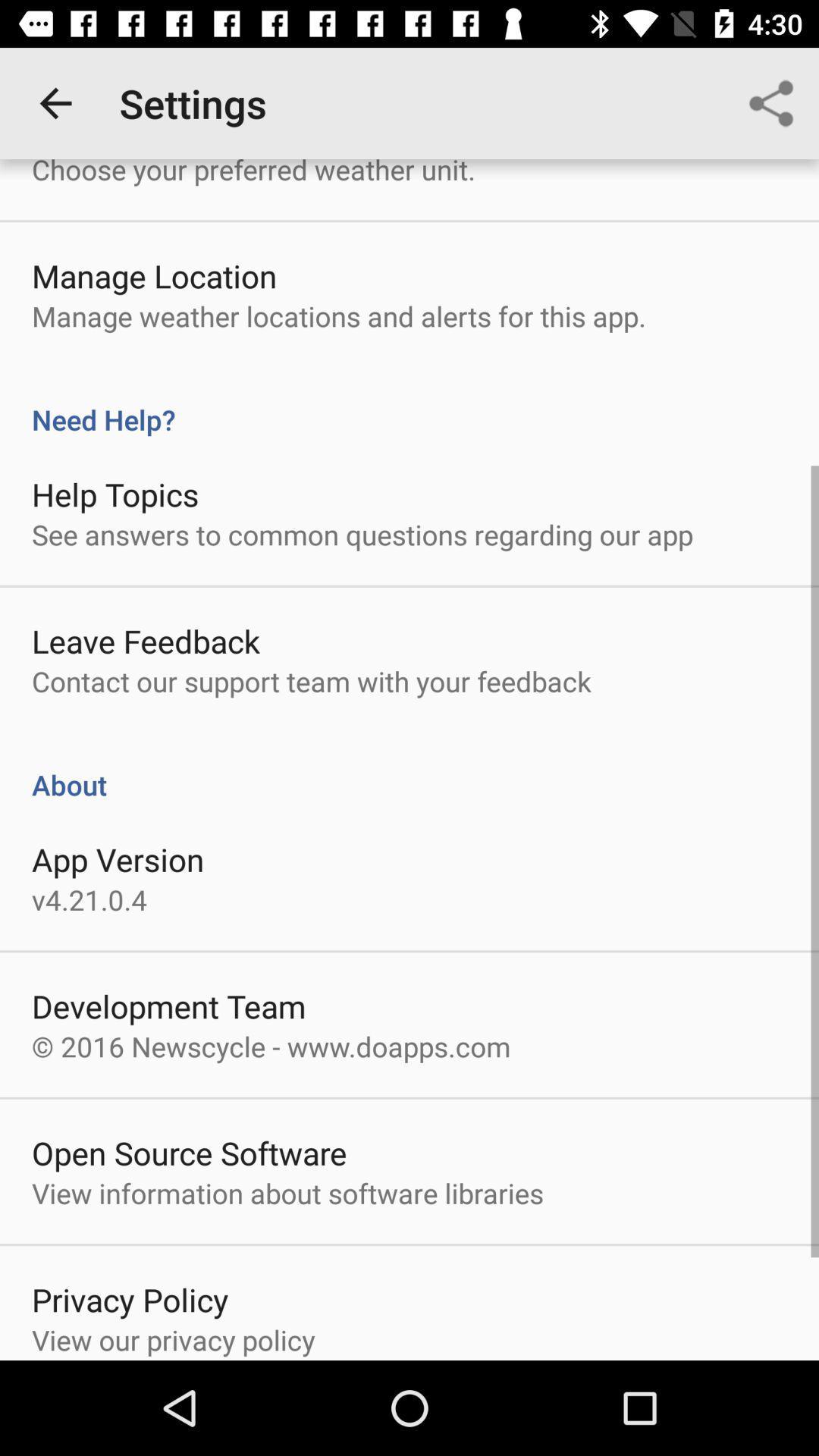 This screenshot has height=1456, width=819. Describe the element at coordinates (154, 275) in the screenshot. I see `item below the choose your preferred icon` at that location.